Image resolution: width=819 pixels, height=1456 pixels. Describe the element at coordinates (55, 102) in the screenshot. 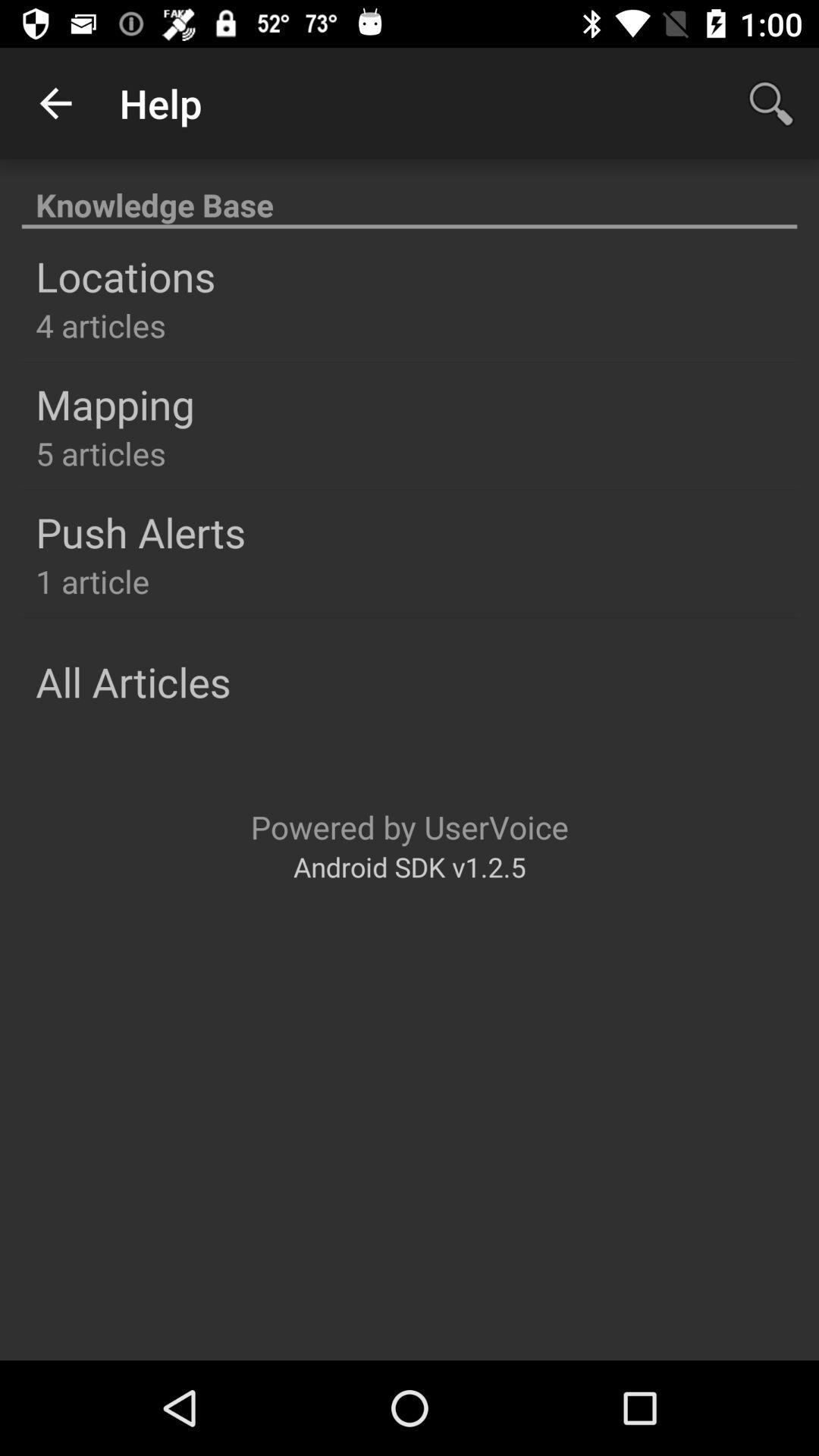

I see `the app next to the help icon` at that location.